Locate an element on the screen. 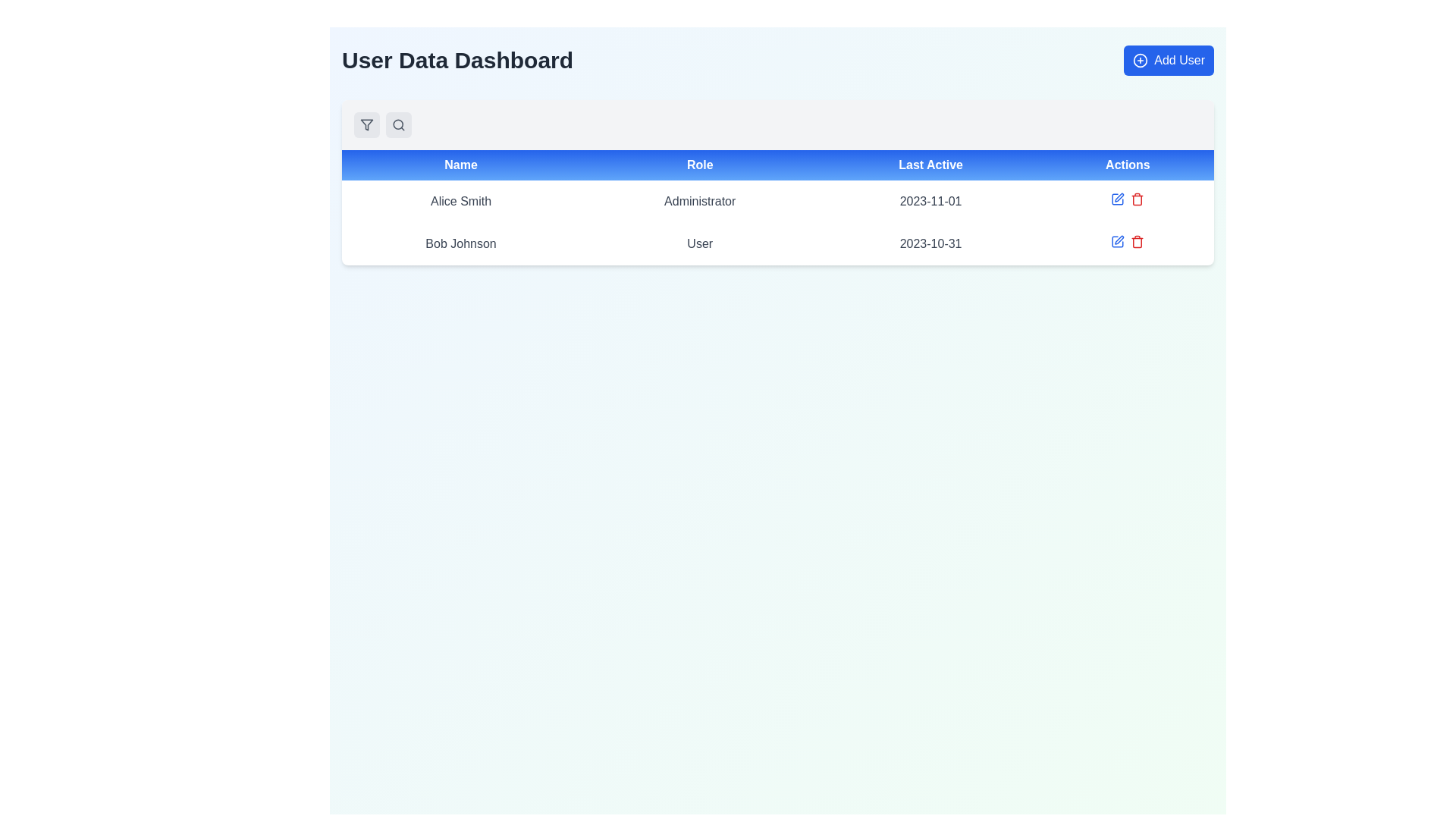 This screenshot has width=1456, height=819. text content of the first text cell in the top row of the table under the column titled 'Name', which is aligned horizontally to the left is located at coordinates (460, 201).